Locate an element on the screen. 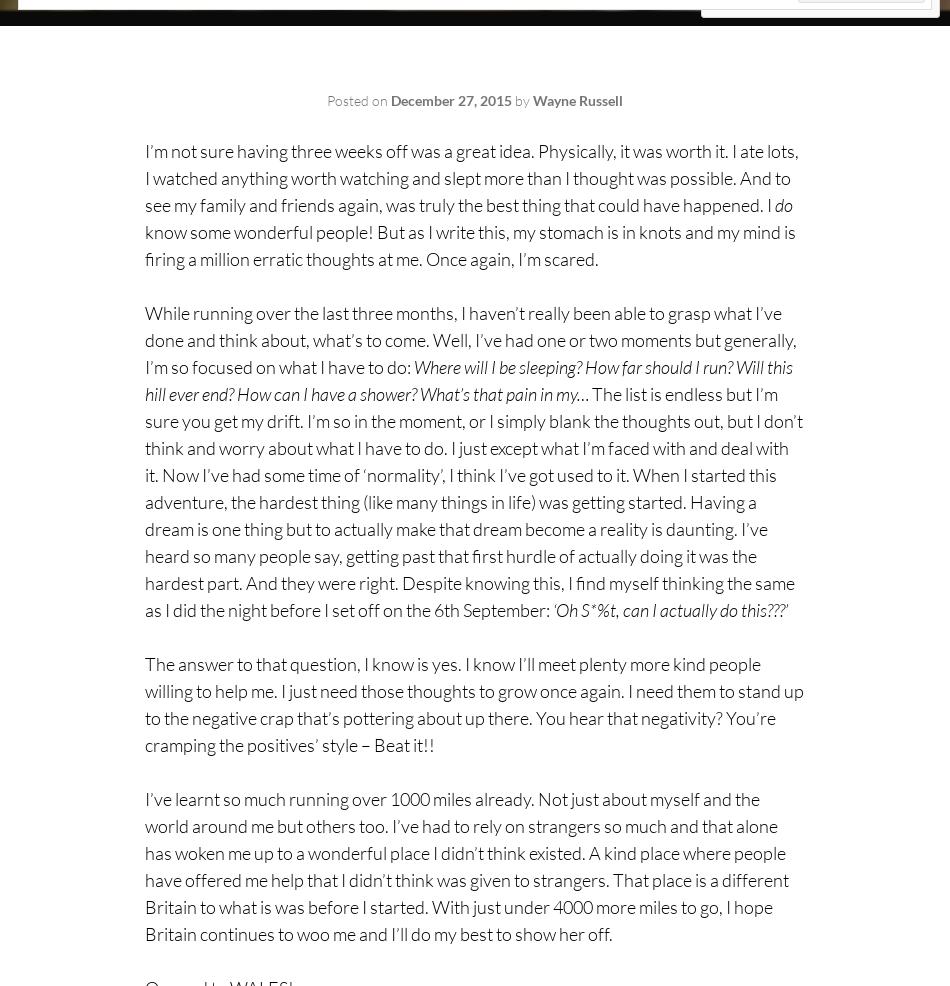 The height and width of the screenshot is (986, 950). 'The list is endless but I’m sure you get my drift. I’m so in the moment, or I simply blank the thoughts out, but I don’t think and worry about what I have to do. I just except what I’m faced with and deal with it. Now I’ve had some time of ‘normality’, I think I’ve got used to it. When I started this adventure, the hardest thing (like many things in life) was getting started. Having a dream is one thing but to actually make that dream become a reality is daunting. I’ve heard so many people say, getting past that first hurdle of actually doing it was the hardest part. And they were right. Despite knowing this, I find myself thinking the same as I did the night before I set off on the 6th September:' is located at coordinates (144, 500).